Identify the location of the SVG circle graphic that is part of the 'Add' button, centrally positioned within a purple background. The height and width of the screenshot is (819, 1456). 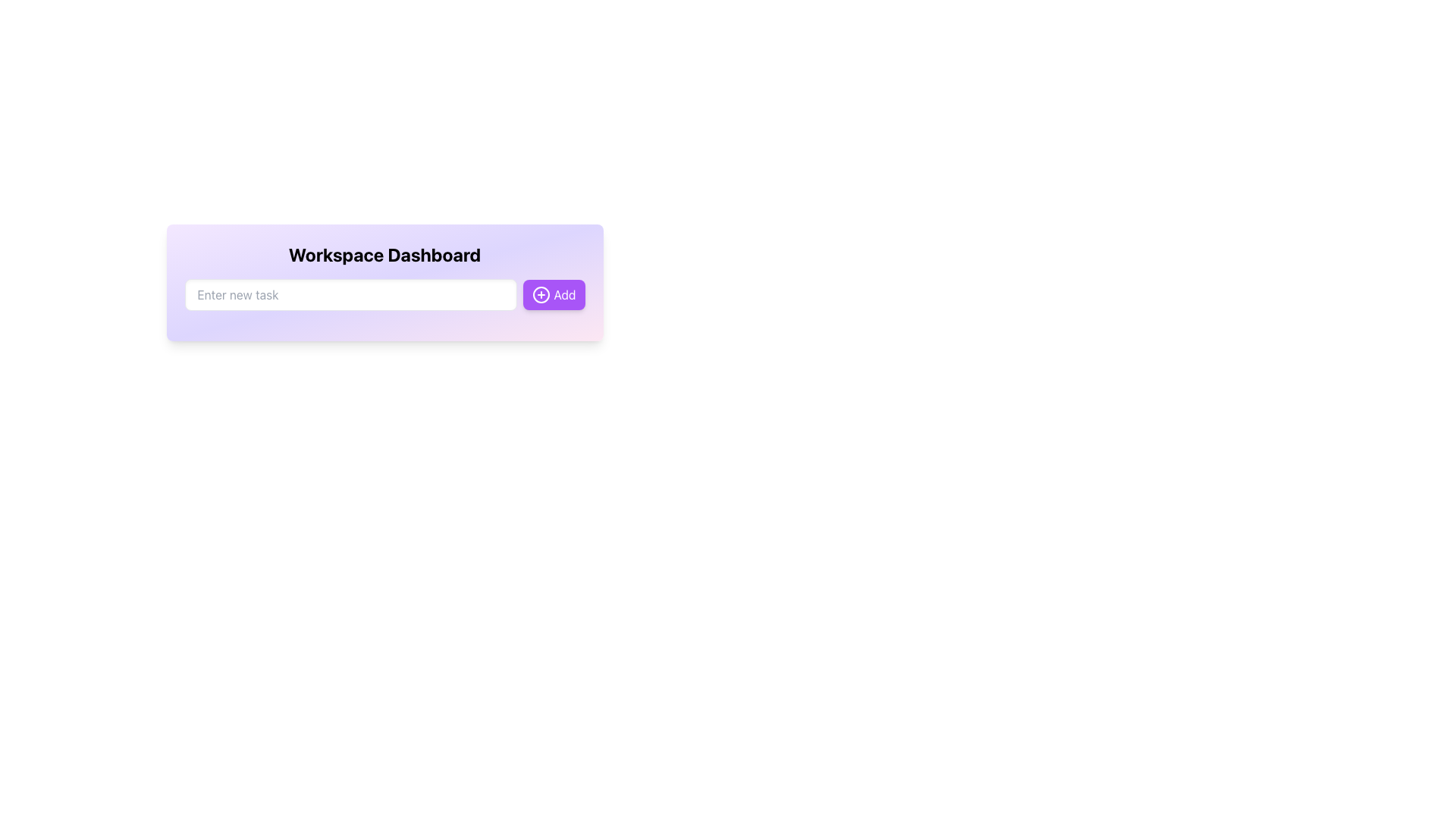
(541, 295).